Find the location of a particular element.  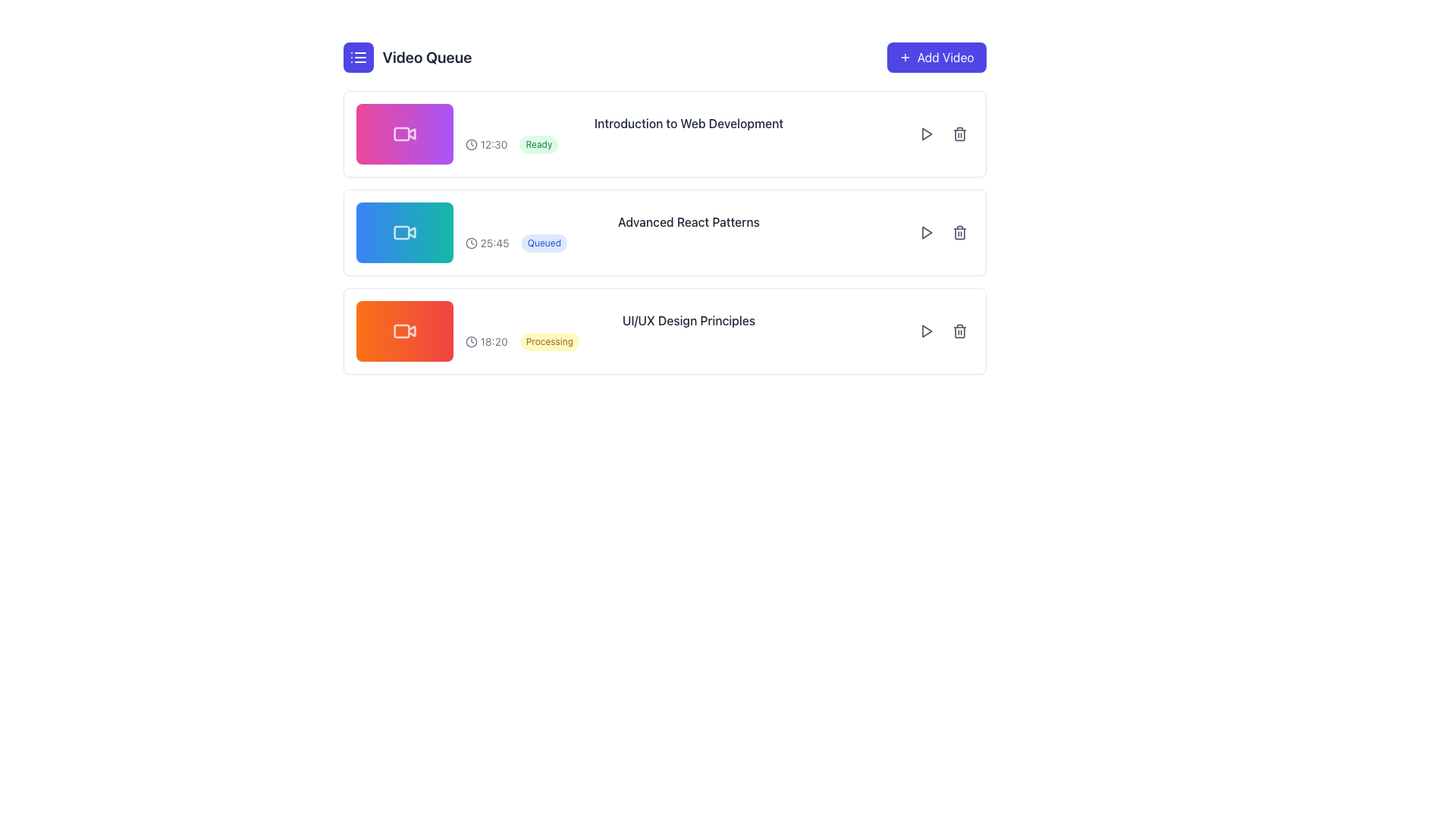

the Status badge with the text 'Ready', which has a green background and is located to the right of '12:30' in the first item of a vertical list of videos is located at coordinates (538, 145).